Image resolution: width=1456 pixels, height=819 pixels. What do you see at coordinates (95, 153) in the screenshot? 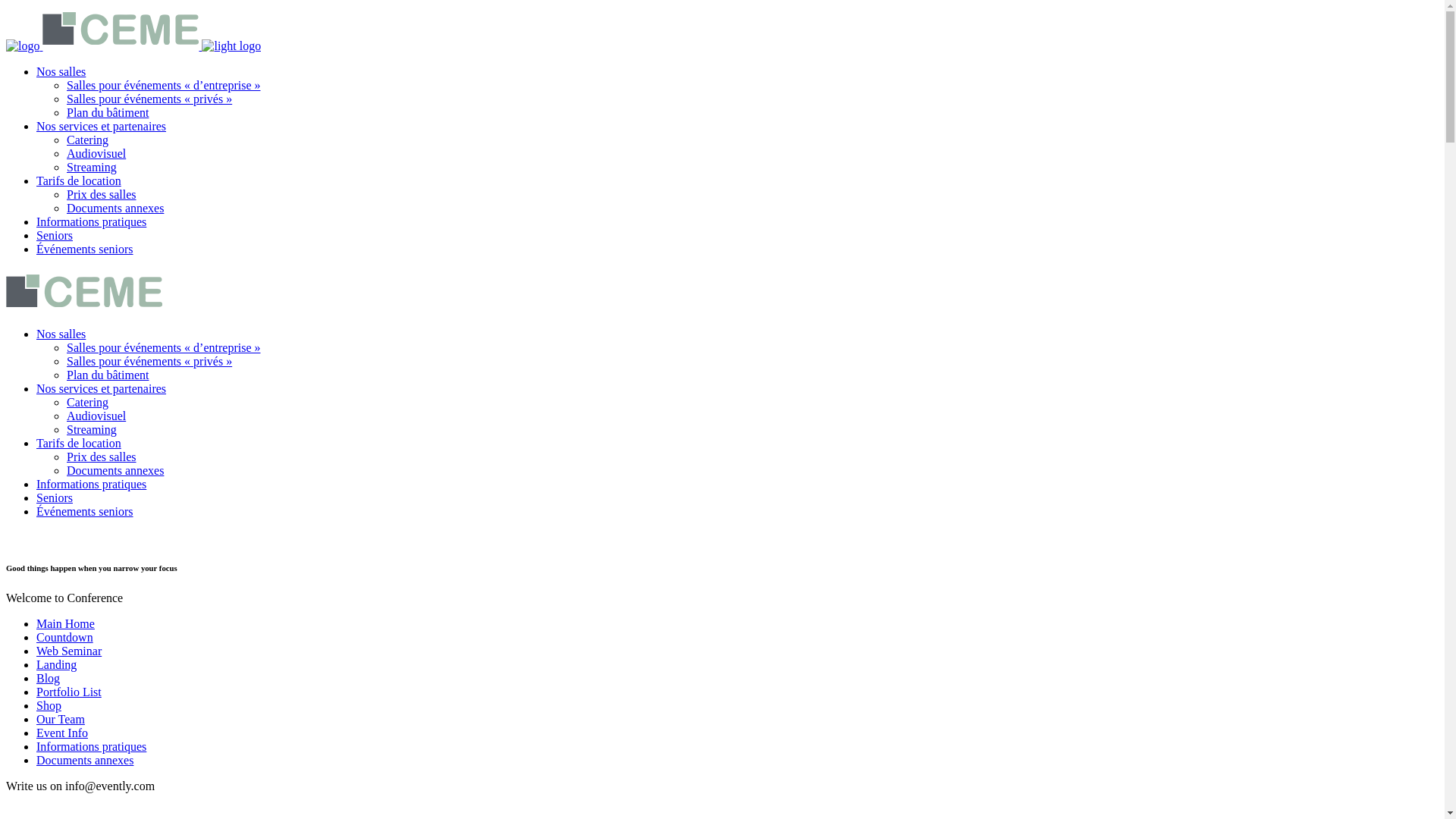
I see `'Audiovisuel'` at bounding box center [95, 153].